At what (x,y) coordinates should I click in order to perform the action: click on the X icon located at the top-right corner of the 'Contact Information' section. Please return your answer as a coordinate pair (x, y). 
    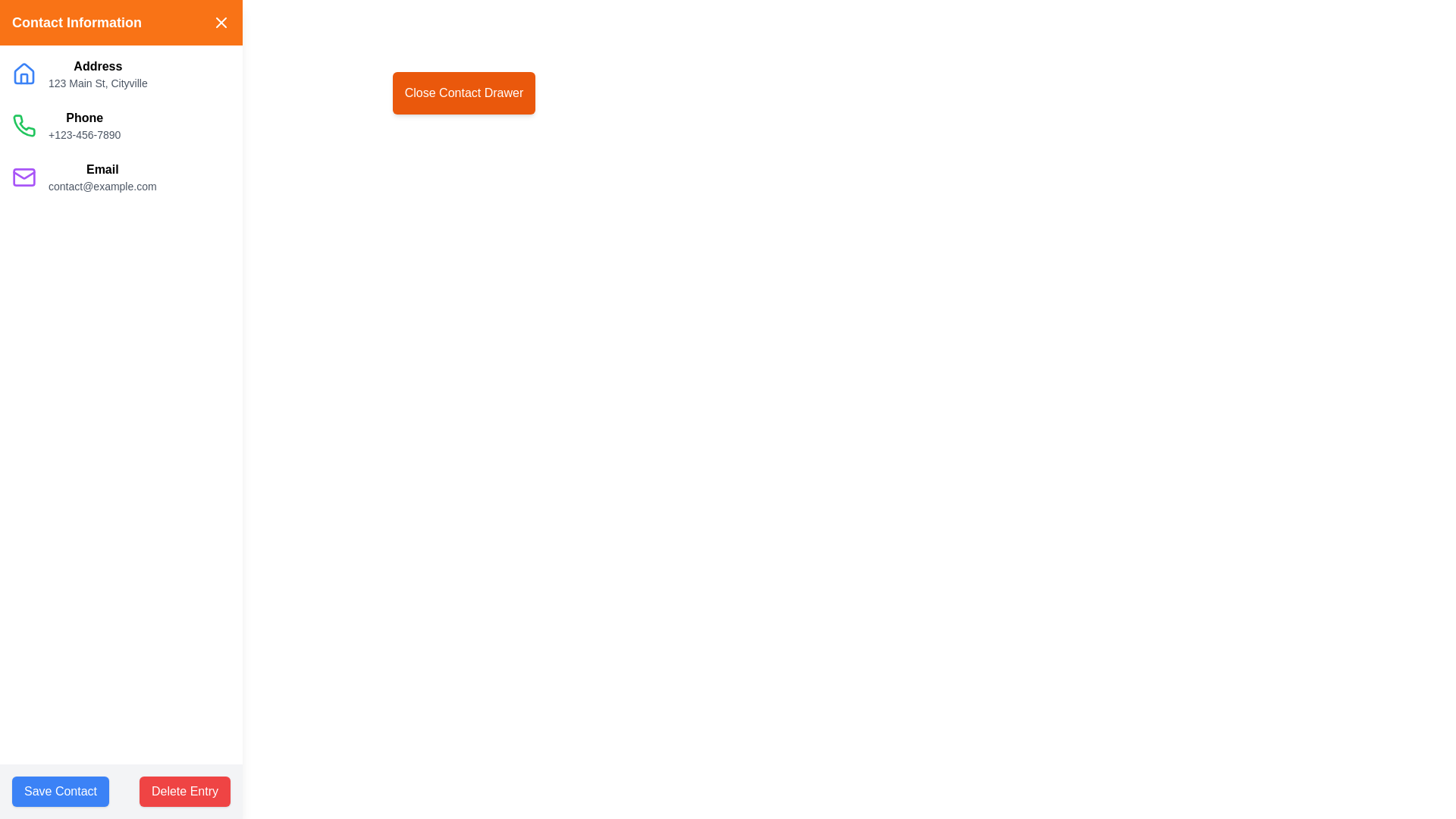
    Looking at the image, I should click on (221, 23).